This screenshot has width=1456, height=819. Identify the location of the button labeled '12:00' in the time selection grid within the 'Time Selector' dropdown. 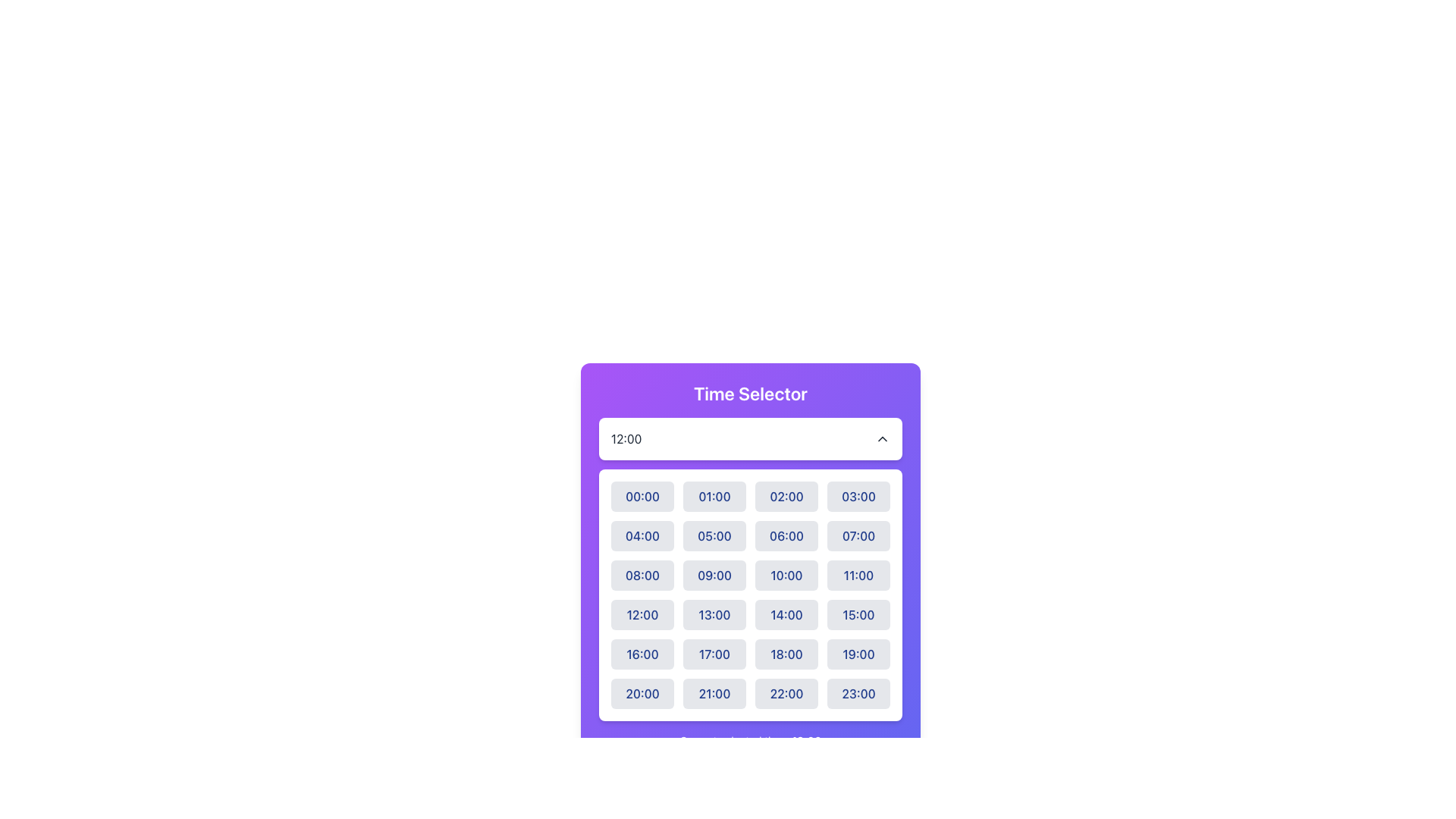
(642, 614).